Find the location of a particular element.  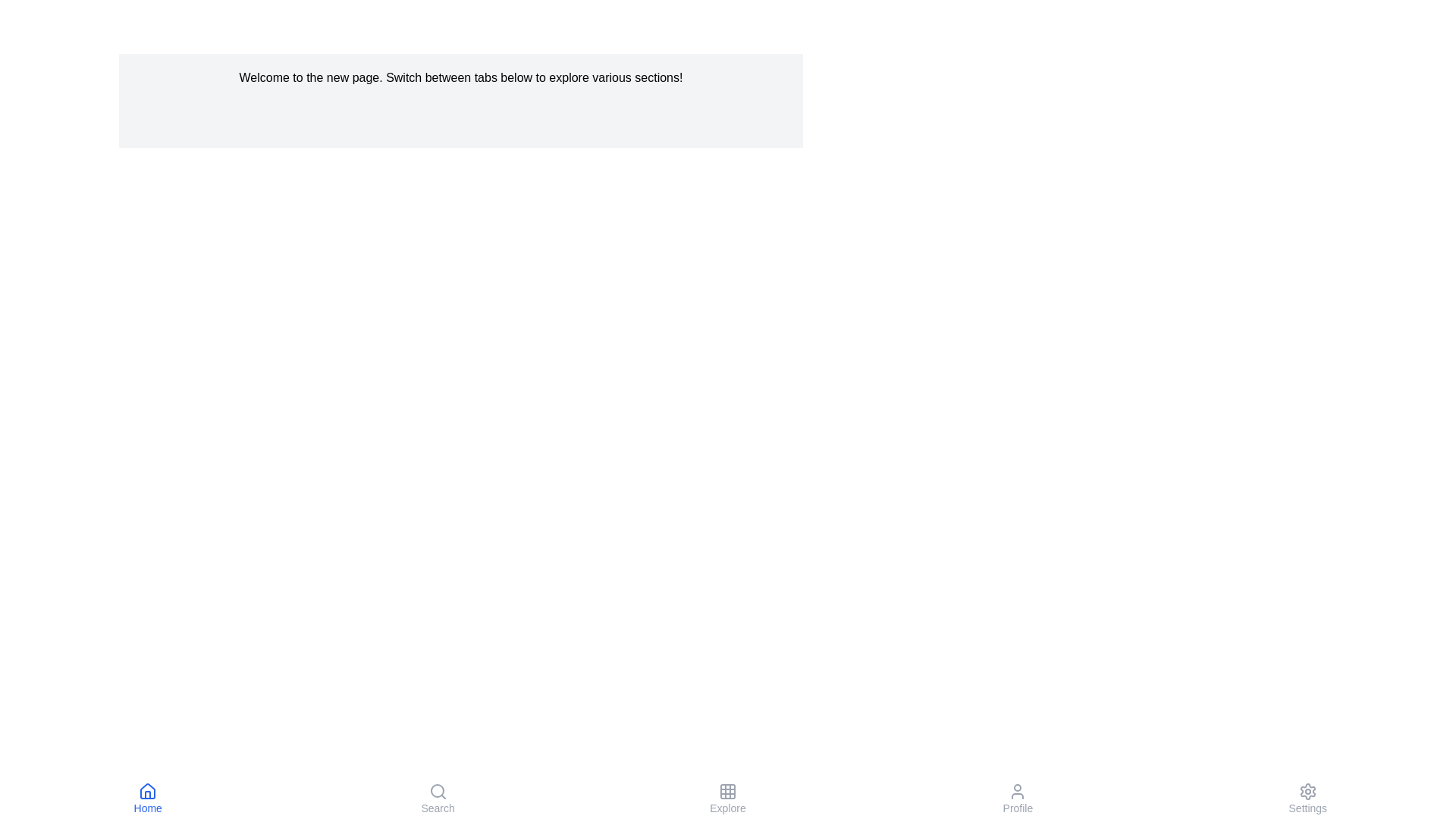

the 'Profile' static text label located in the bottom navigation bar, which serves as the descriptor for the 'Profile' navigation button is located at coordinates (1018, 807).